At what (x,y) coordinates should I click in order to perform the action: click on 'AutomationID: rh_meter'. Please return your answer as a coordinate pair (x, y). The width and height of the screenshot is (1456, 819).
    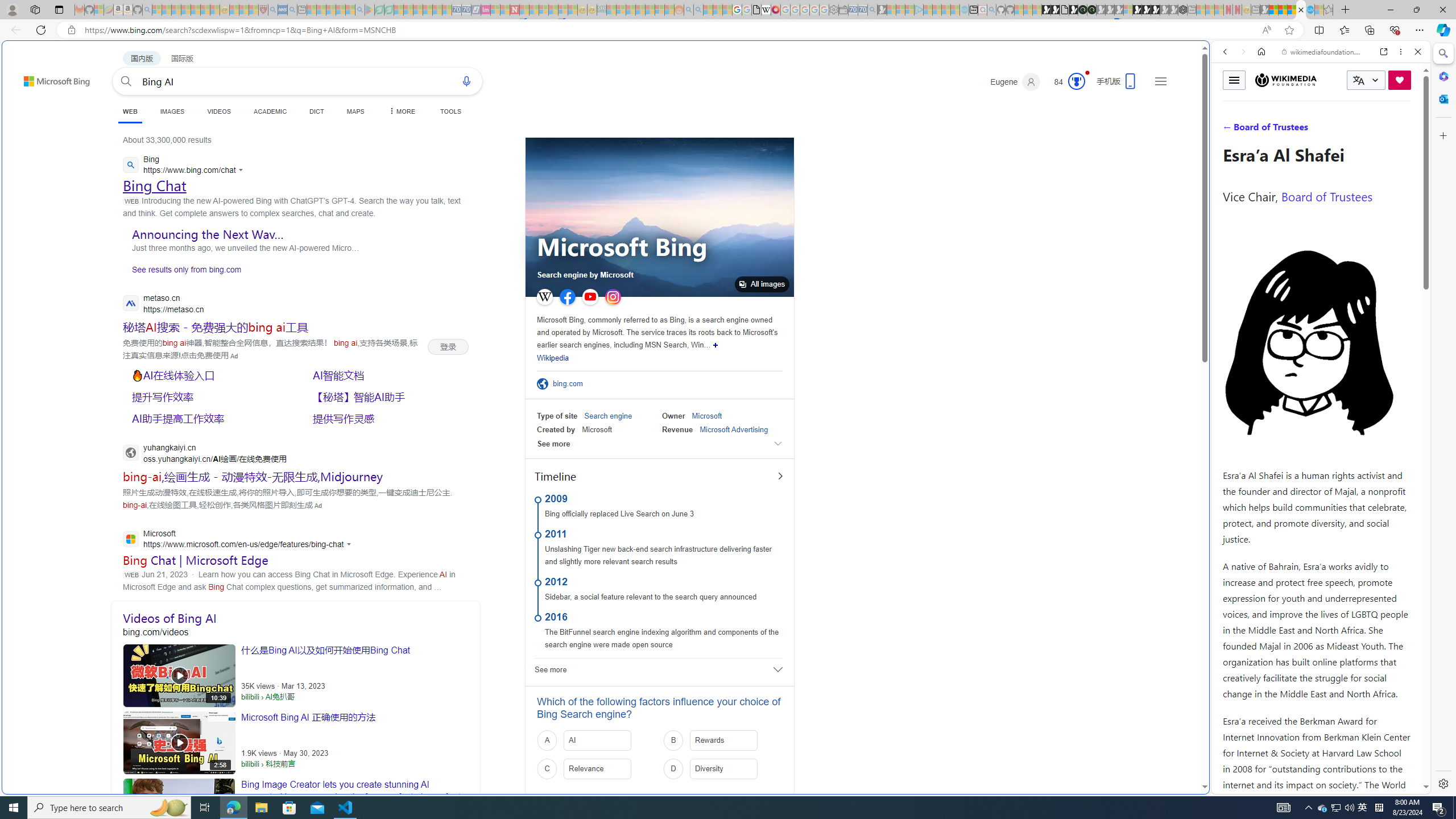
    Looking at the image, I should click on (1076, 80).